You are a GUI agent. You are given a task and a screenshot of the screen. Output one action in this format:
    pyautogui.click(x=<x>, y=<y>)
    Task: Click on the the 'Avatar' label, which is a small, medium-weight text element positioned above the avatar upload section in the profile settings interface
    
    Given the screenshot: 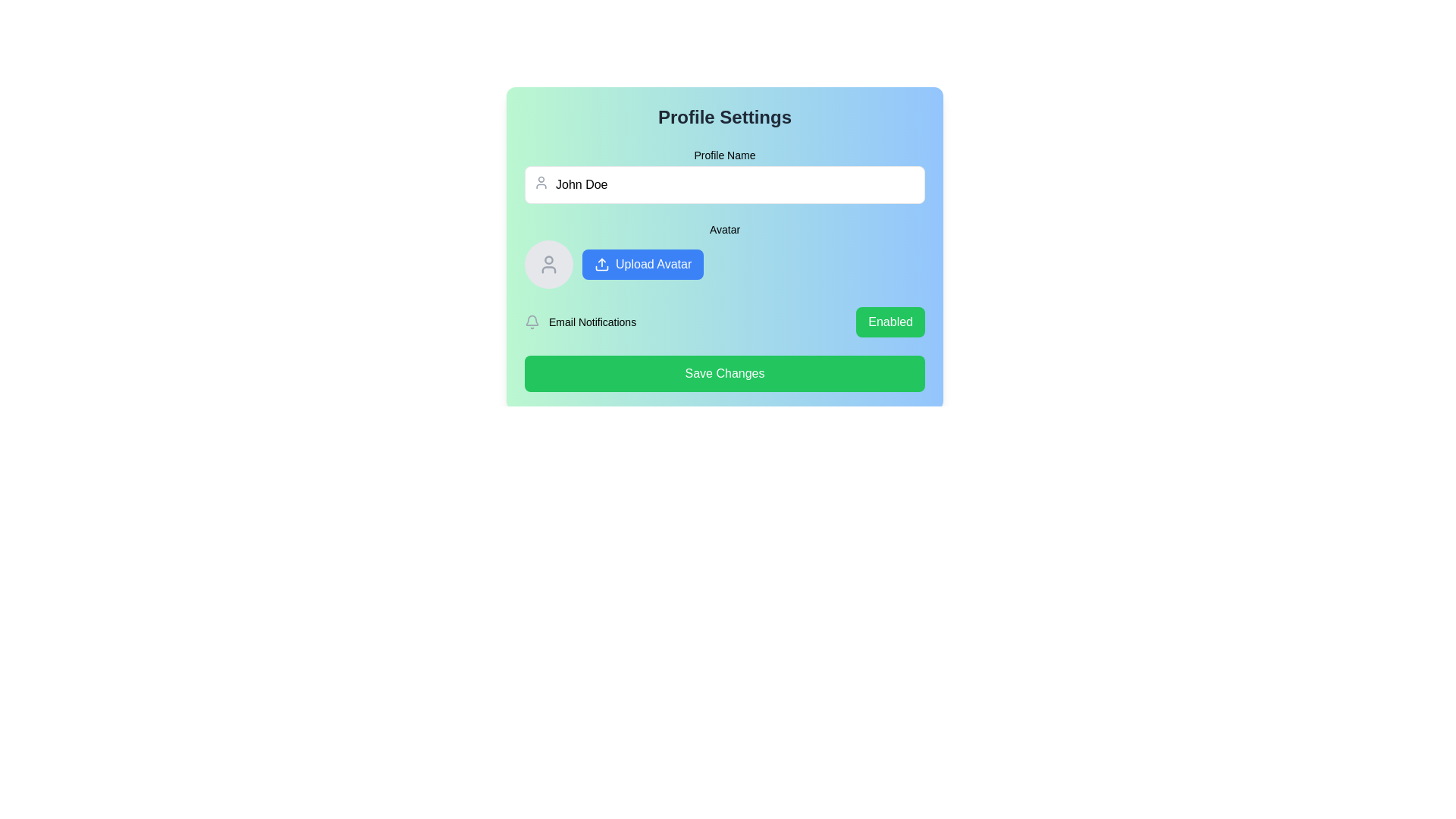 What is the action you would take?
    pyautogui.click(x=723, y=230)
    